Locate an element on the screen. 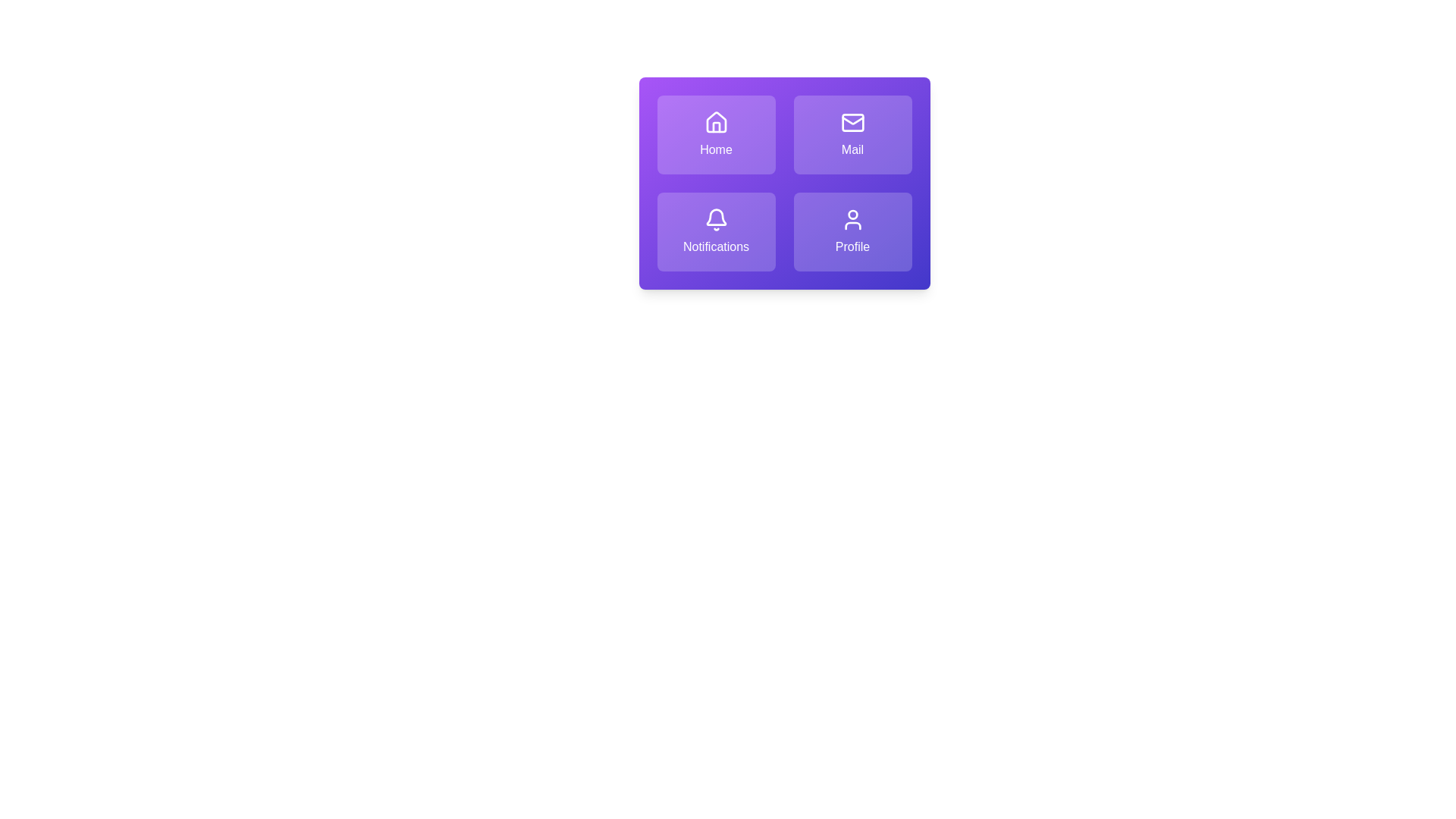 This screenshot has width=1456, height=819. the tile labeled Mail to activate its action is located at coordinates (852, 133).